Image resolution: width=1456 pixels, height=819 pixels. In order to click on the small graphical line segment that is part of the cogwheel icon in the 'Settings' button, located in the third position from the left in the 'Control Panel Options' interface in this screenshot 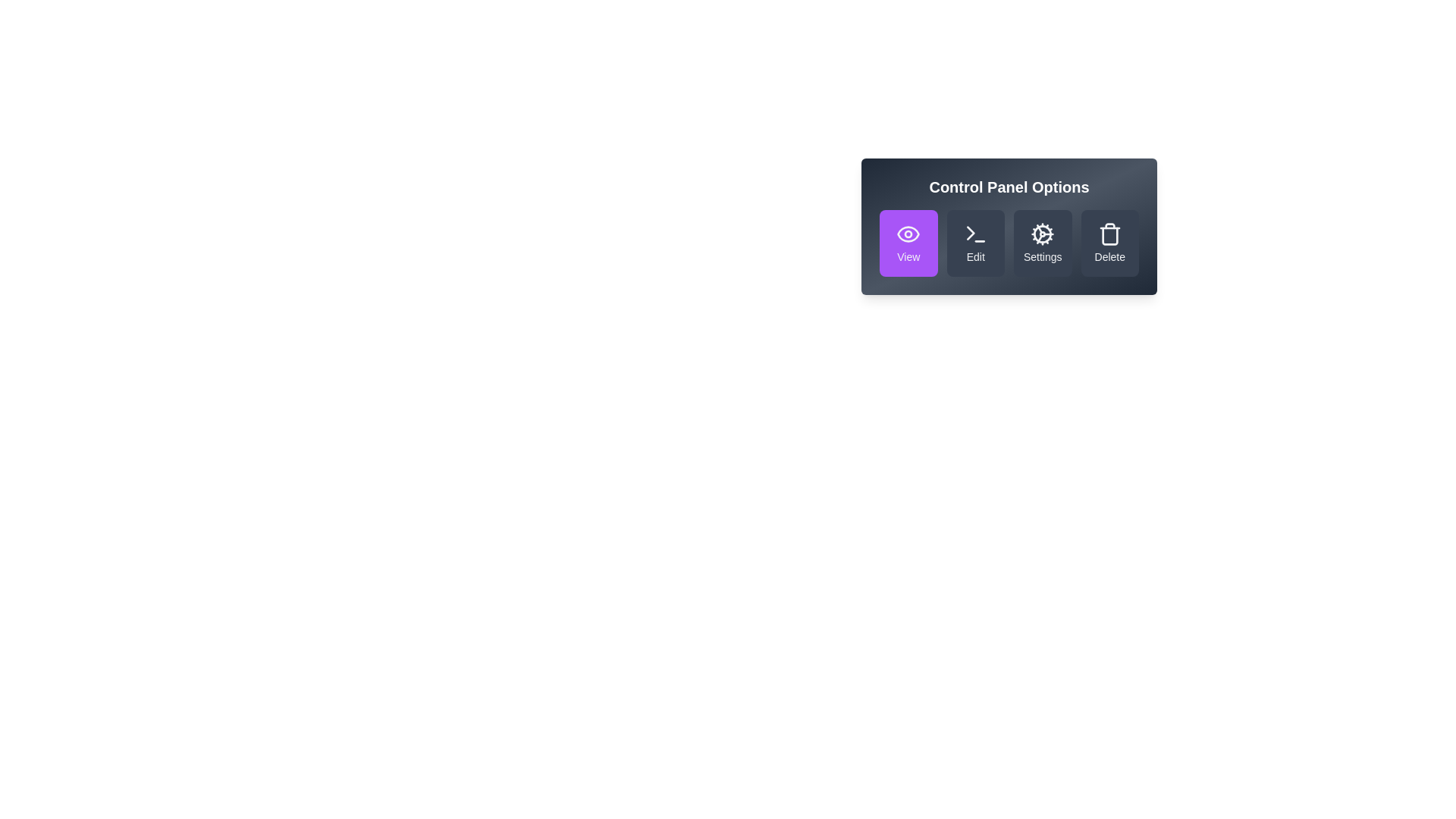, I will do `click(1039, 229)`.